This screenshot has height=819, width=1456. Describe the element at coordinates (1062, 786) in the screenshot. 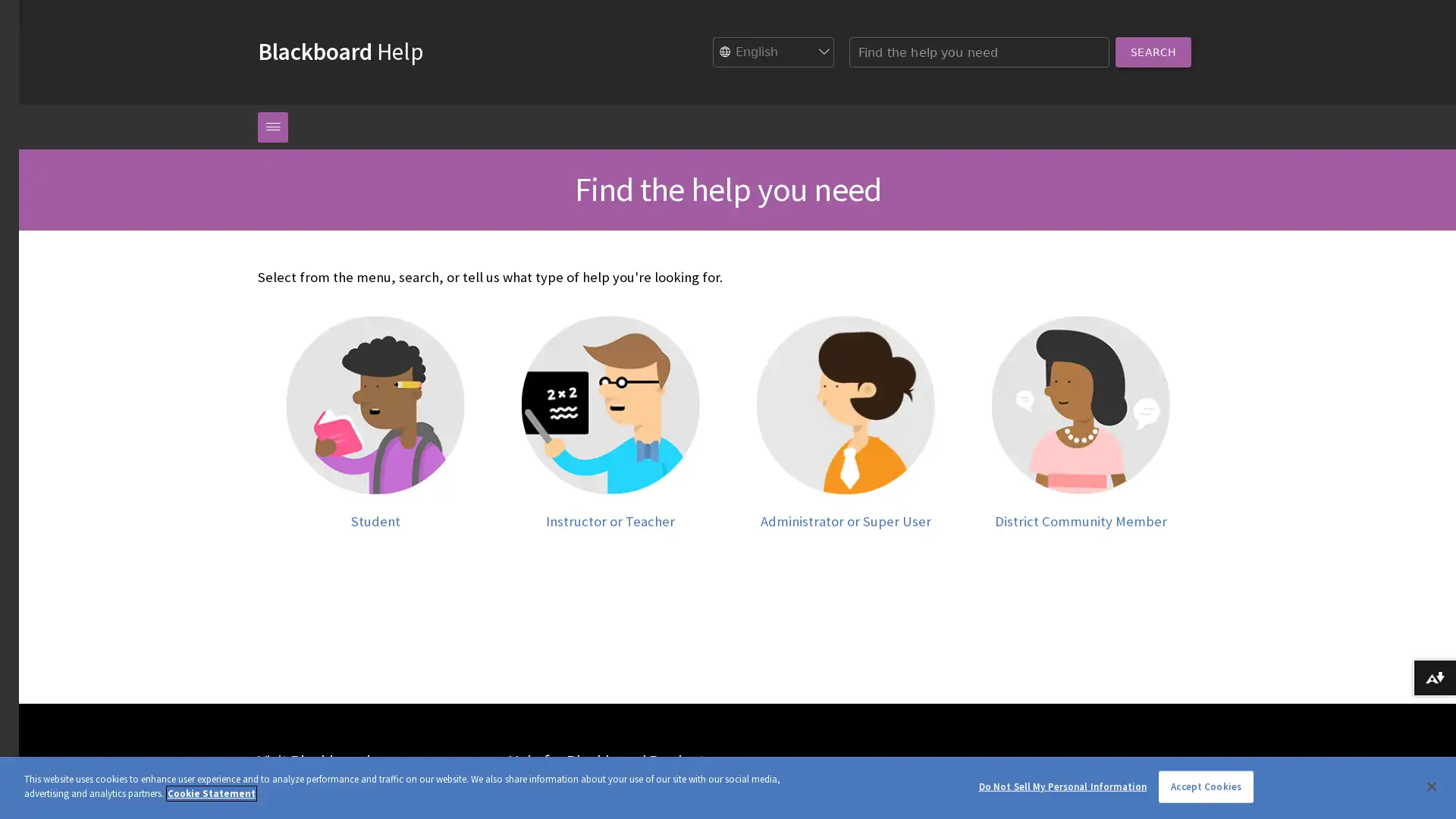

I see `Do Not Sell My Personal Information` at that location.